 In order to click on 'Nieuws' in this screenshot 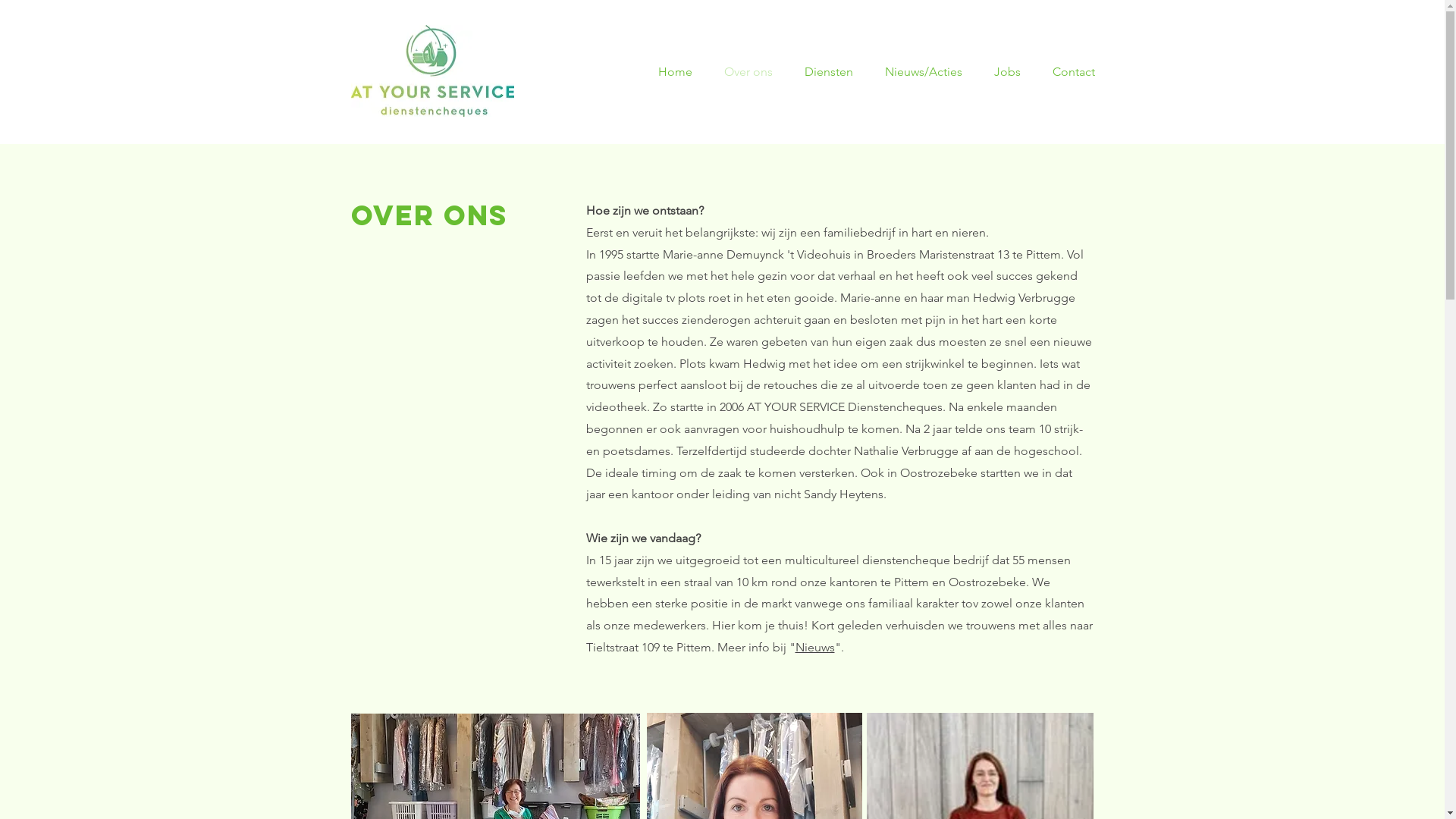, I will do `click(814, 647)`.